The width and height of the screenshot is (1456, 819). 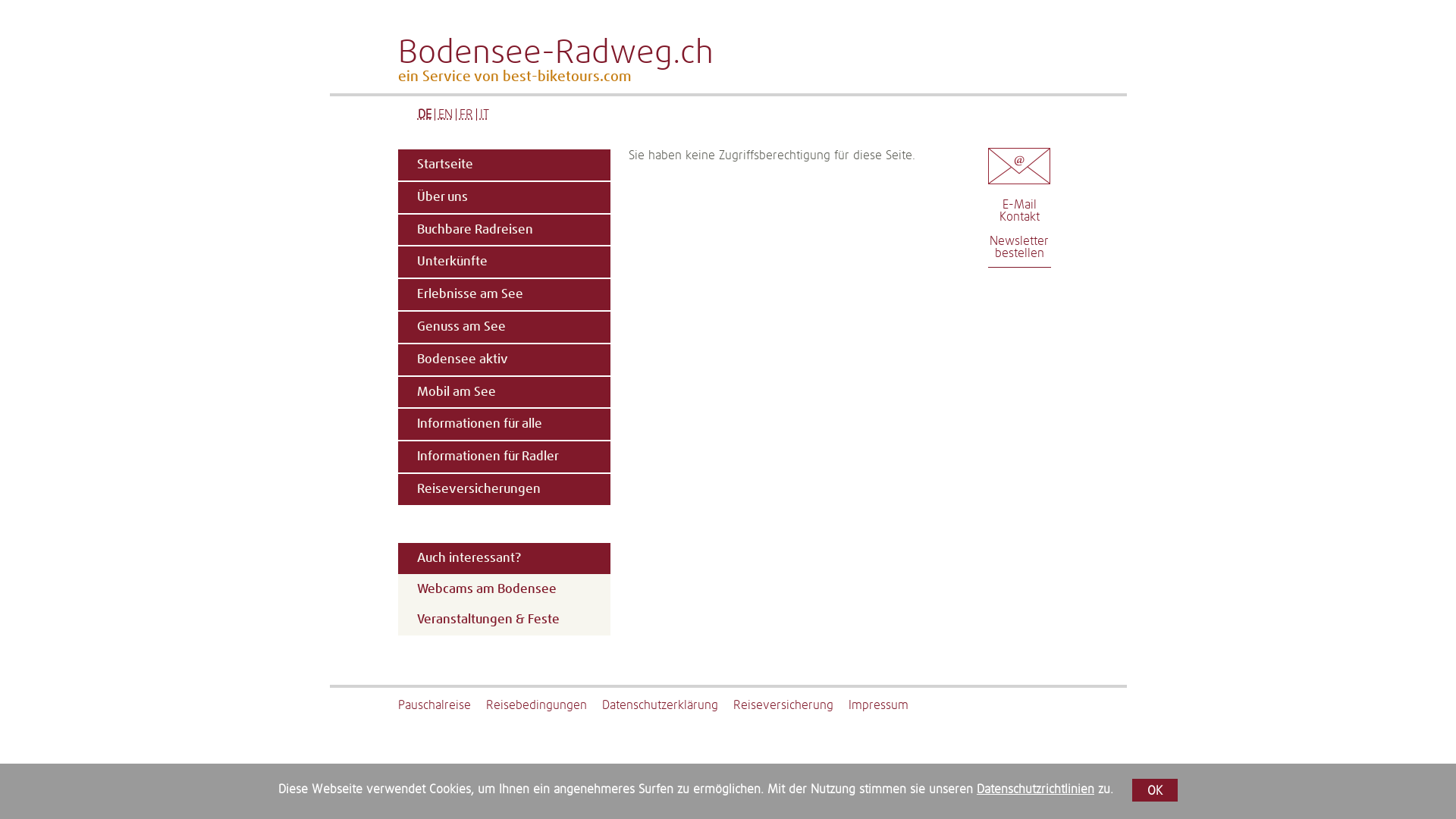 What do you see at coordinates (503, 588) in the screenshot?
I see `'Webcams am Bodensee'` at bounding box center [503, 588].